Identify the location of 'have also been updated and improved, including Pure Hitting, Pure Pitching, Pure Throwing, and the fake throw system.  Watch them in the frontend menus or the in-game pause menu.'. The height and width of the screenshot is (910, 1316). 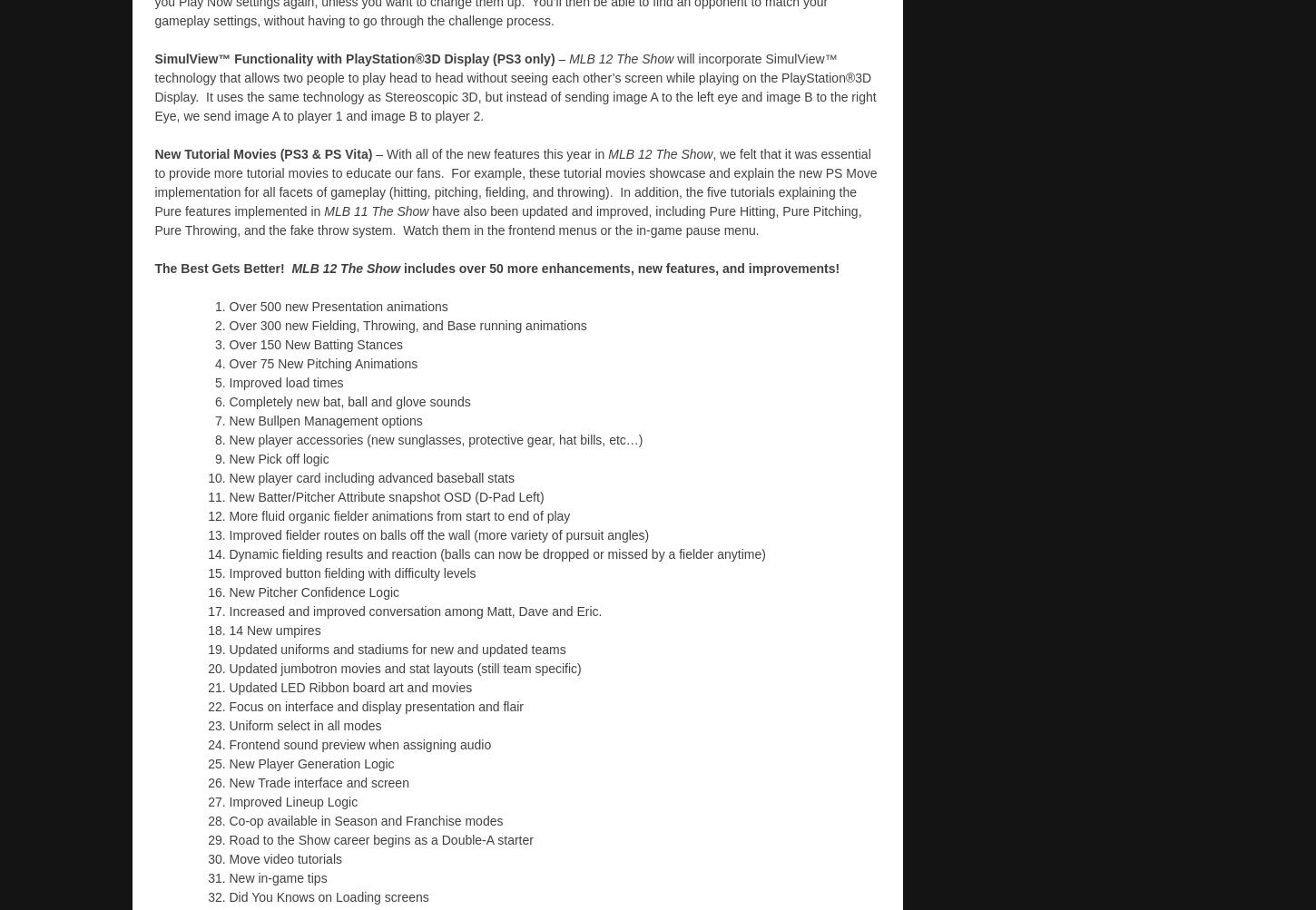
(152, 220).